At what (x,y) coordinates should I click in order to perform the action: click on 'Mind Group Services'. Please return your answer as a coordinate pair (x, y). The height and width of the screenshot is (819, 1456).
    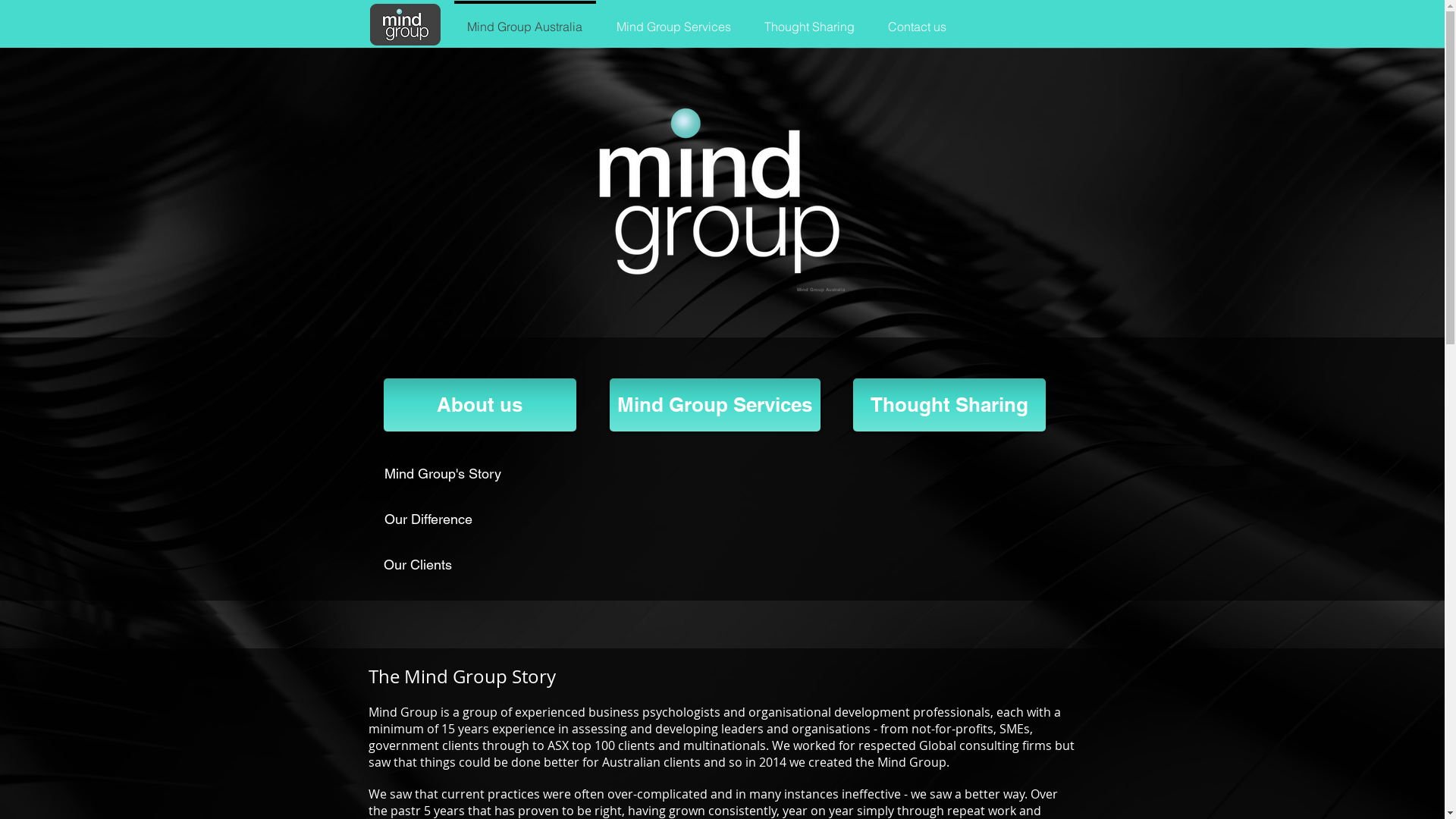
    Looking at the image, I should click on (714, 403).